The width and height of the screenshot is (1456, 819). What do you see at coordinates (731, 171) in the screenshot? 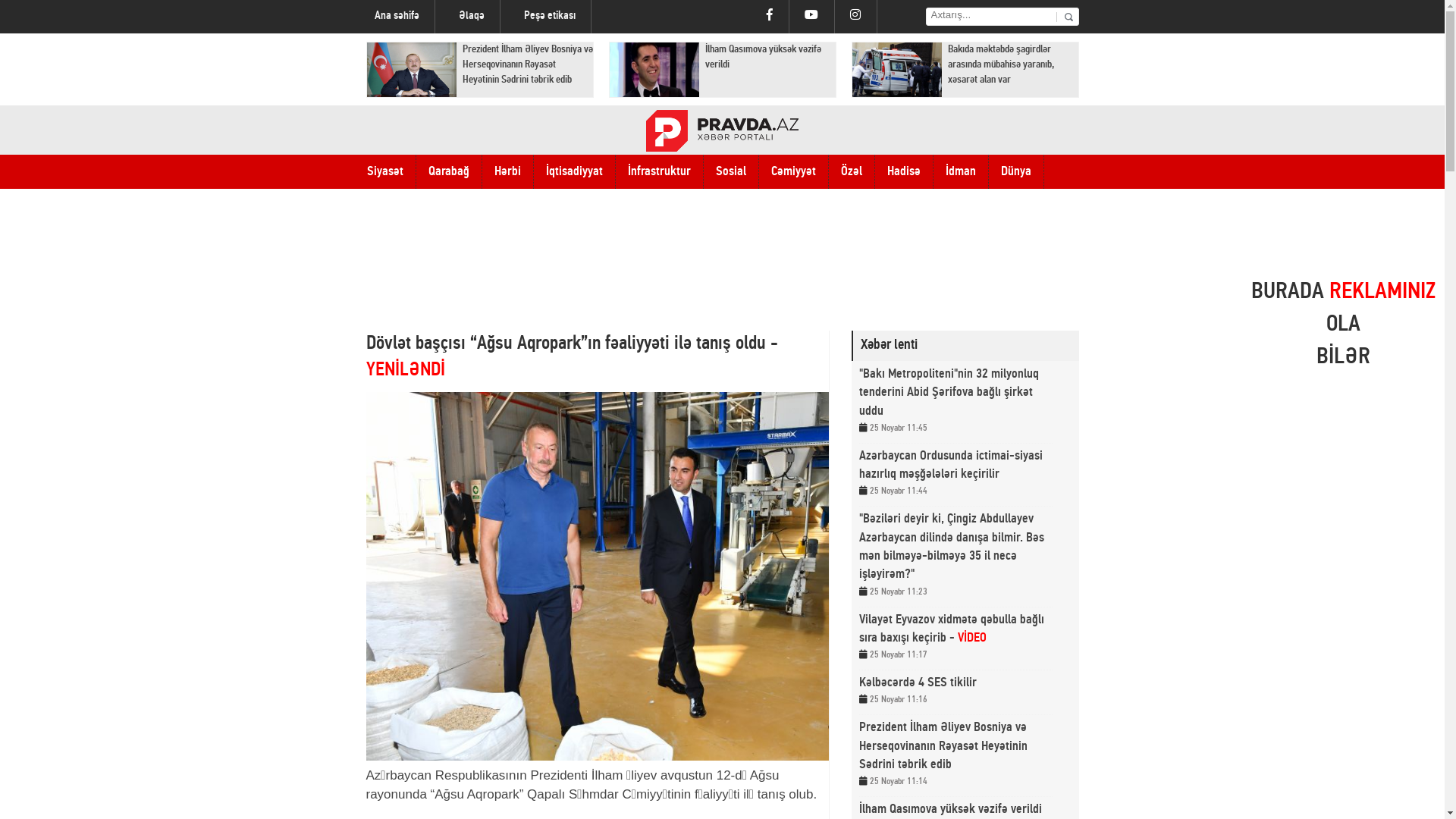
I see `'Sosial'` at bounding box center [731, 171].